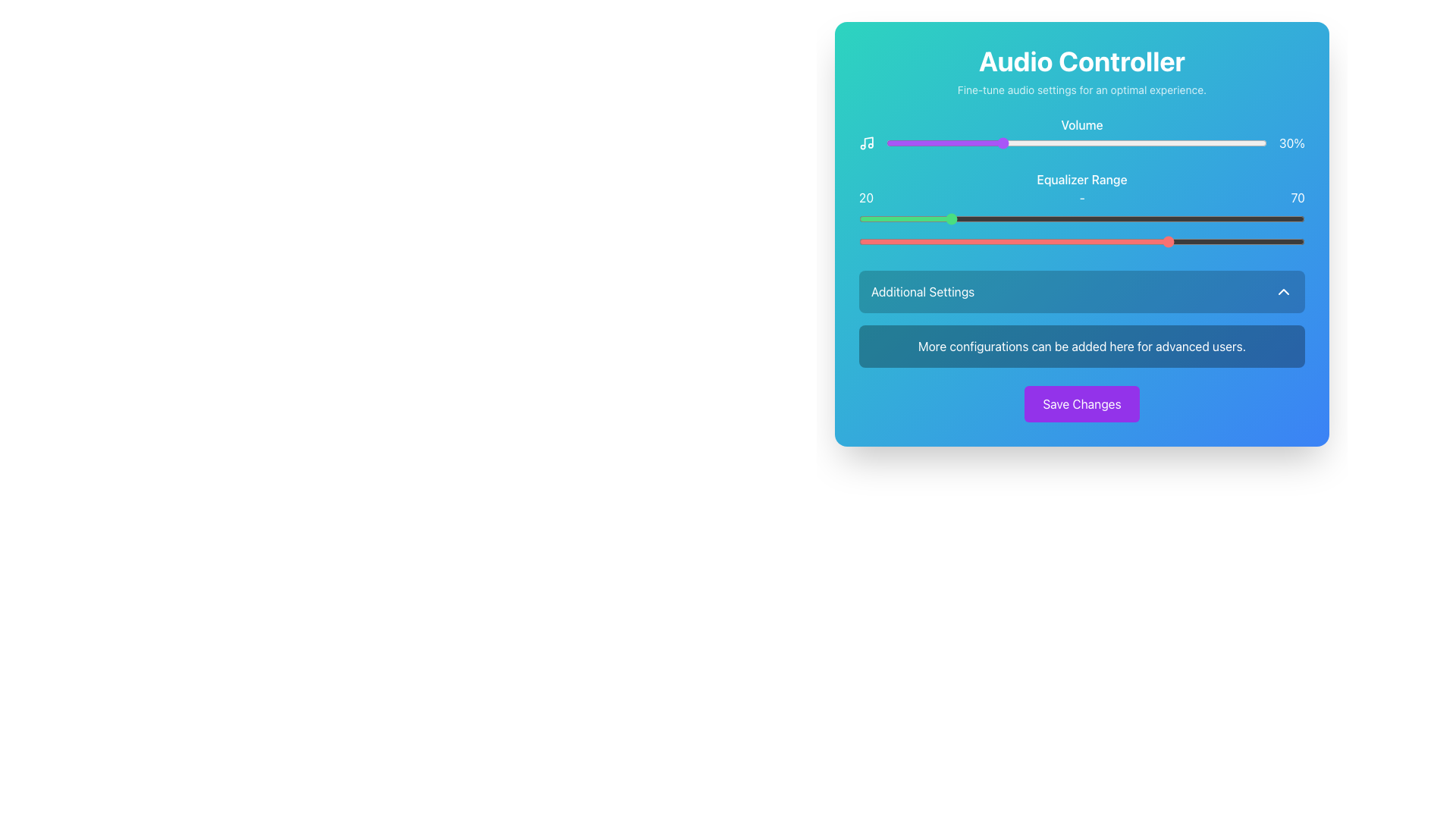 This screenshot has height=819, width=1456. What do you see at coordinates (920, 143) in the screenshot?
I see `the slider` at bounding box center [920, 143].